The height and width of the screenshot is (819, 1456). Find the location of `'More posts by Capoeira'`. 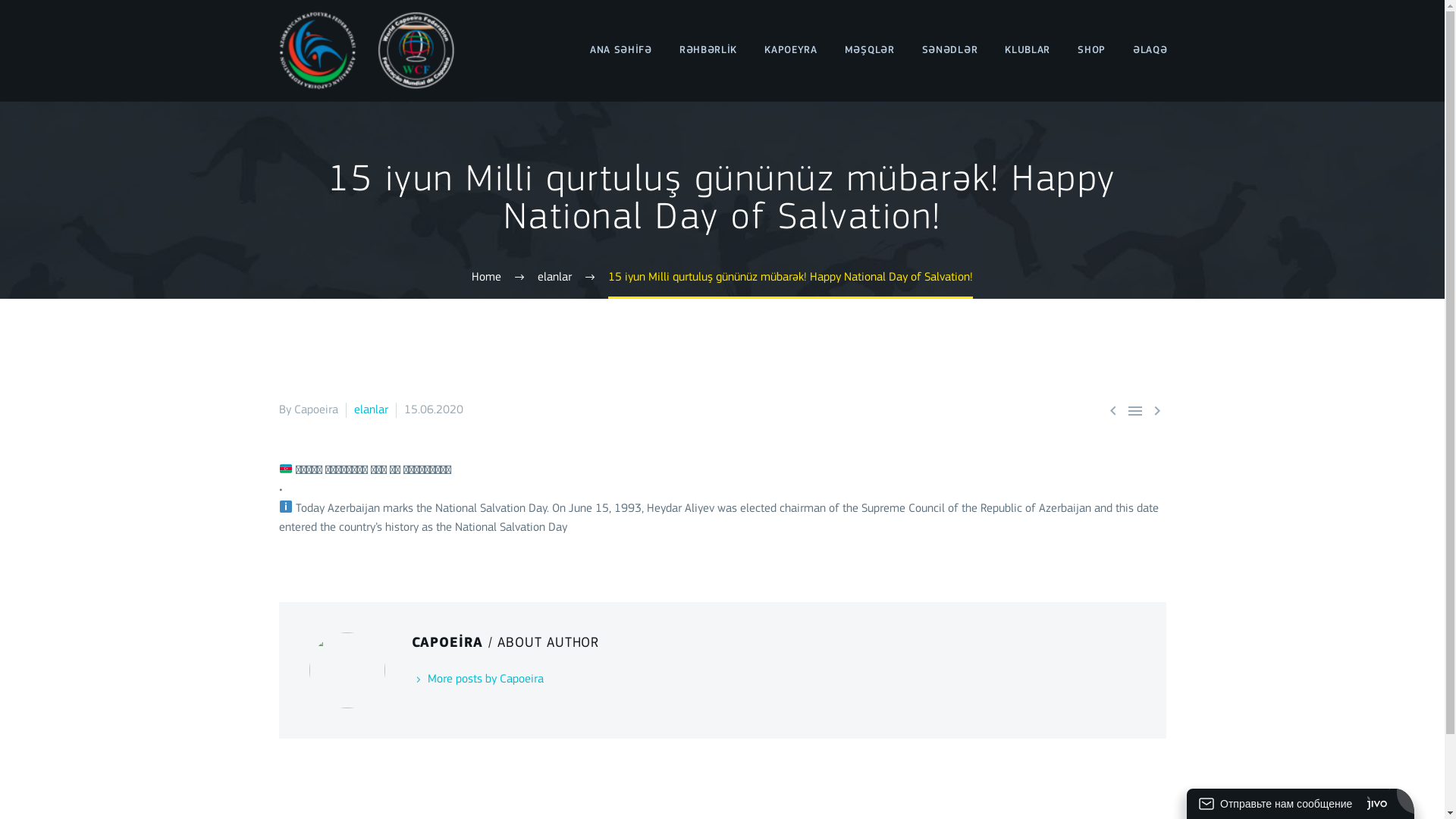

'More posts by Capoeira' is located at coordinates (475, 678).